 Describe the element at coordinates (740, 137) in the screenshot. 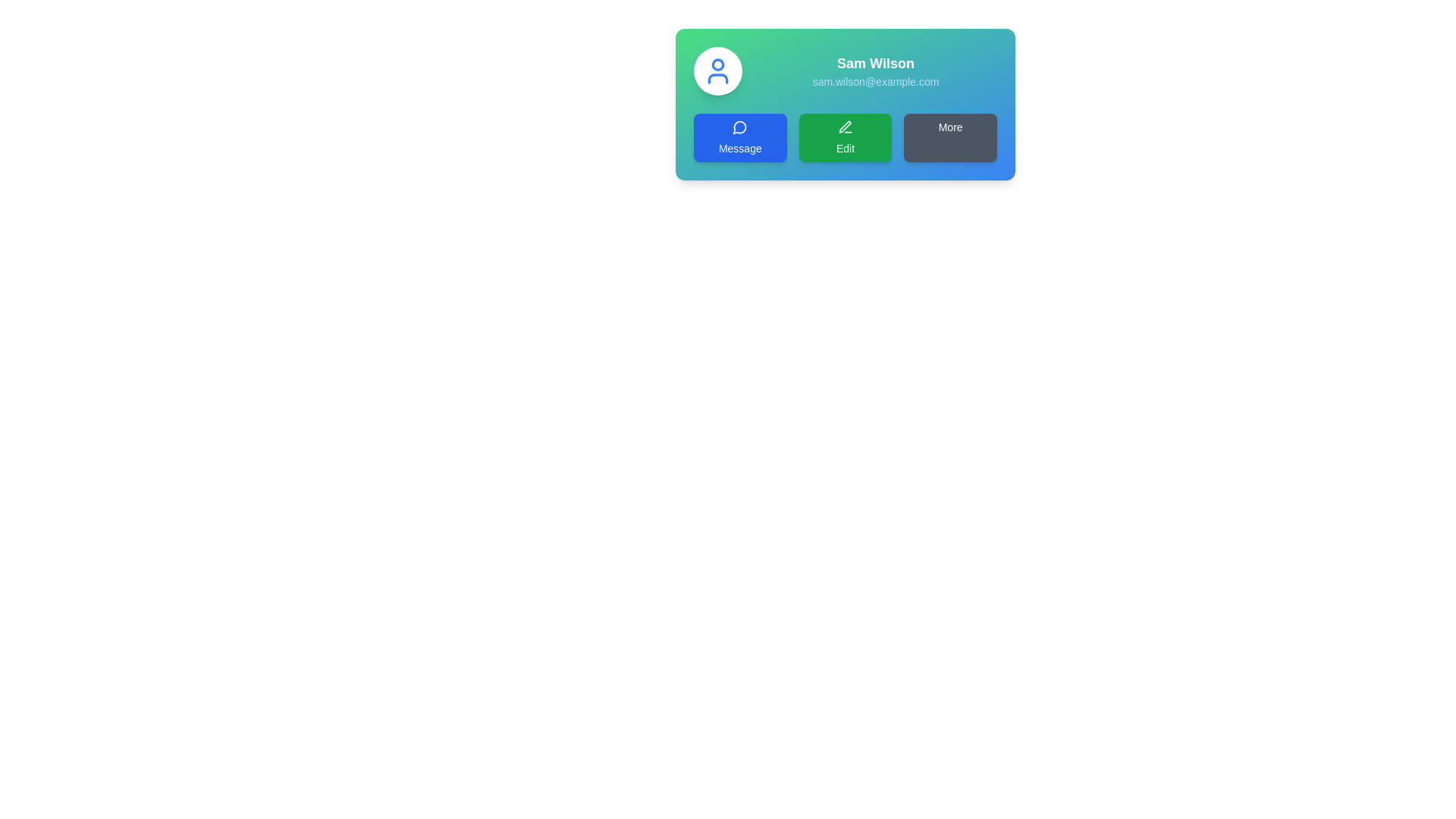

I see `the interactive button positioned on the left side of the horizontal grid layout` at that location.